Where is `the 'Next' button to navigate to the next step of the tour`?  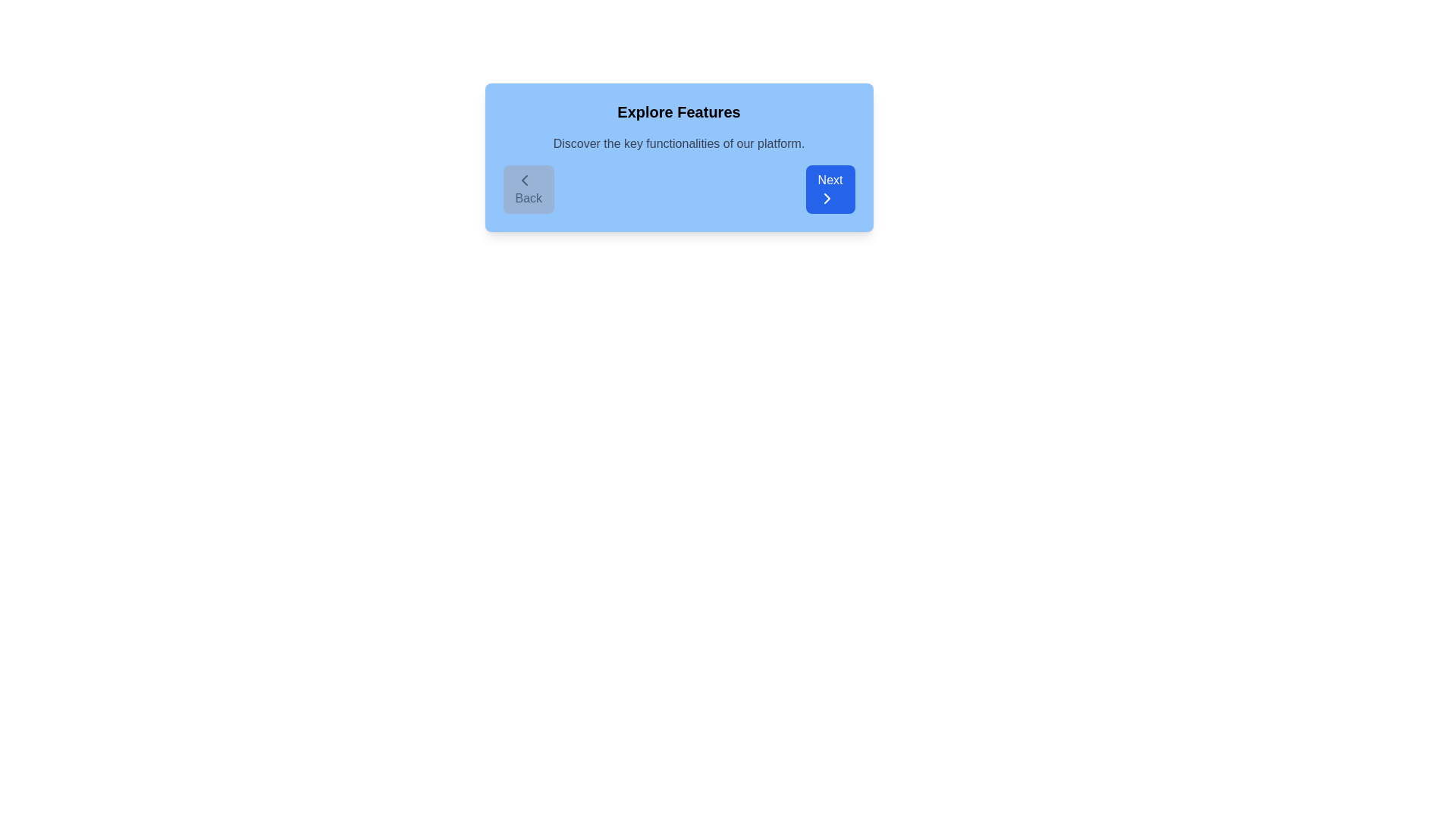 the 'Next' button to navigate to the next step of the tour is located at coordinates (829, 189).